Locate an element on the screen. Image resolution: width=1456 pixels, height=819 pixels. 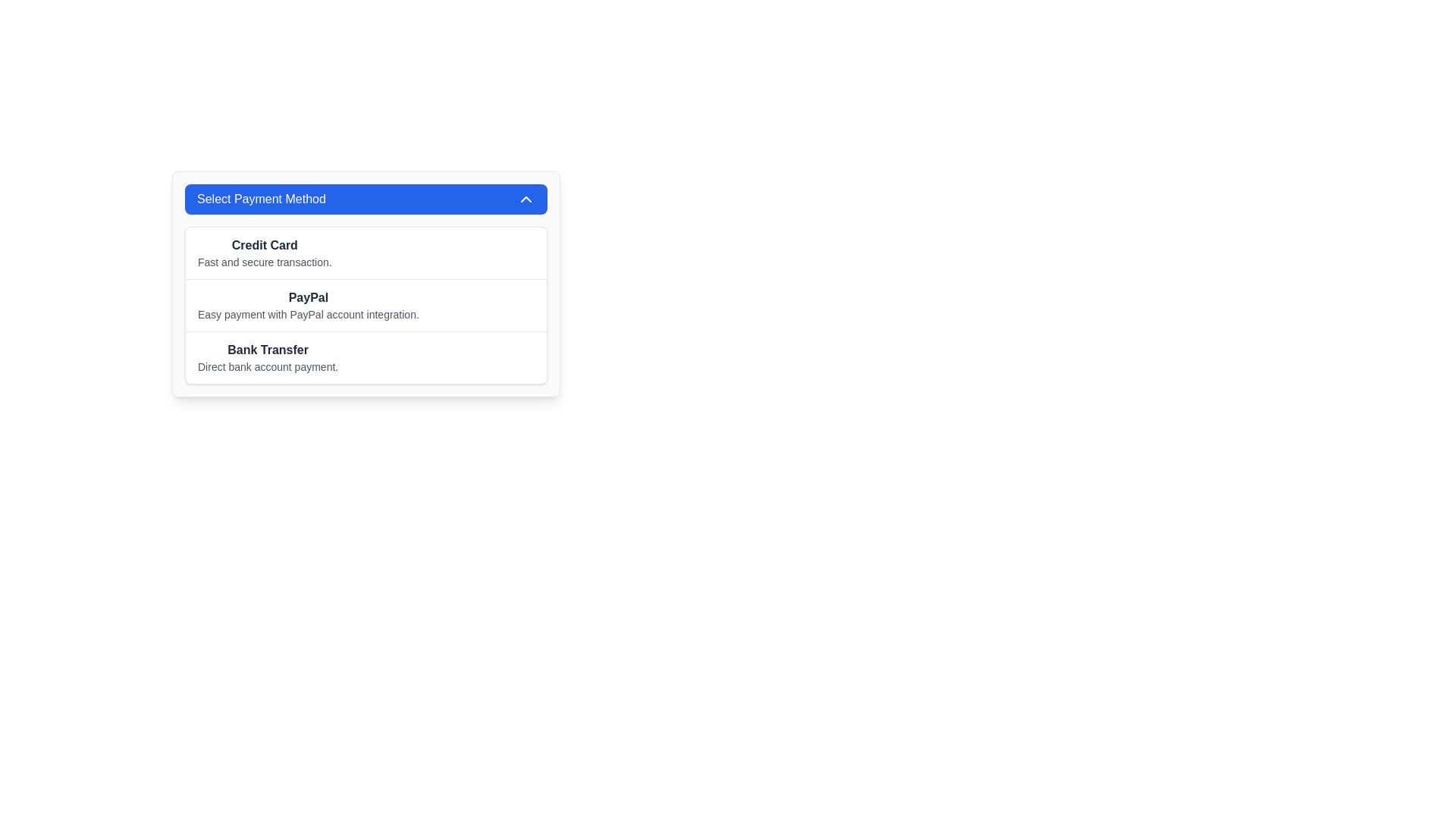
the upward-pointing chevron icon located in the upper-right corner of the 'Select Payment Method' blue header bar to trigger potential hover effects is located at coordinates (526, 198).